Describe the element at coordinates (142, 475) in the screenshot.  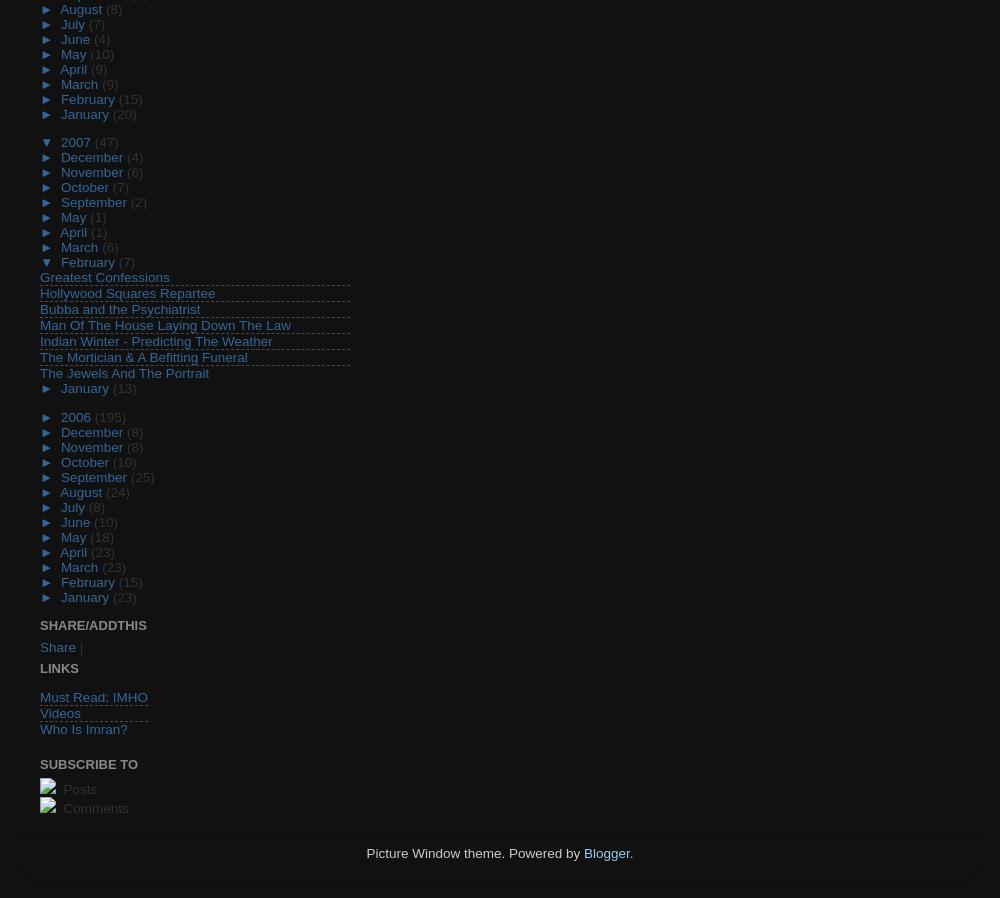
I see `'(25)'` at that location.